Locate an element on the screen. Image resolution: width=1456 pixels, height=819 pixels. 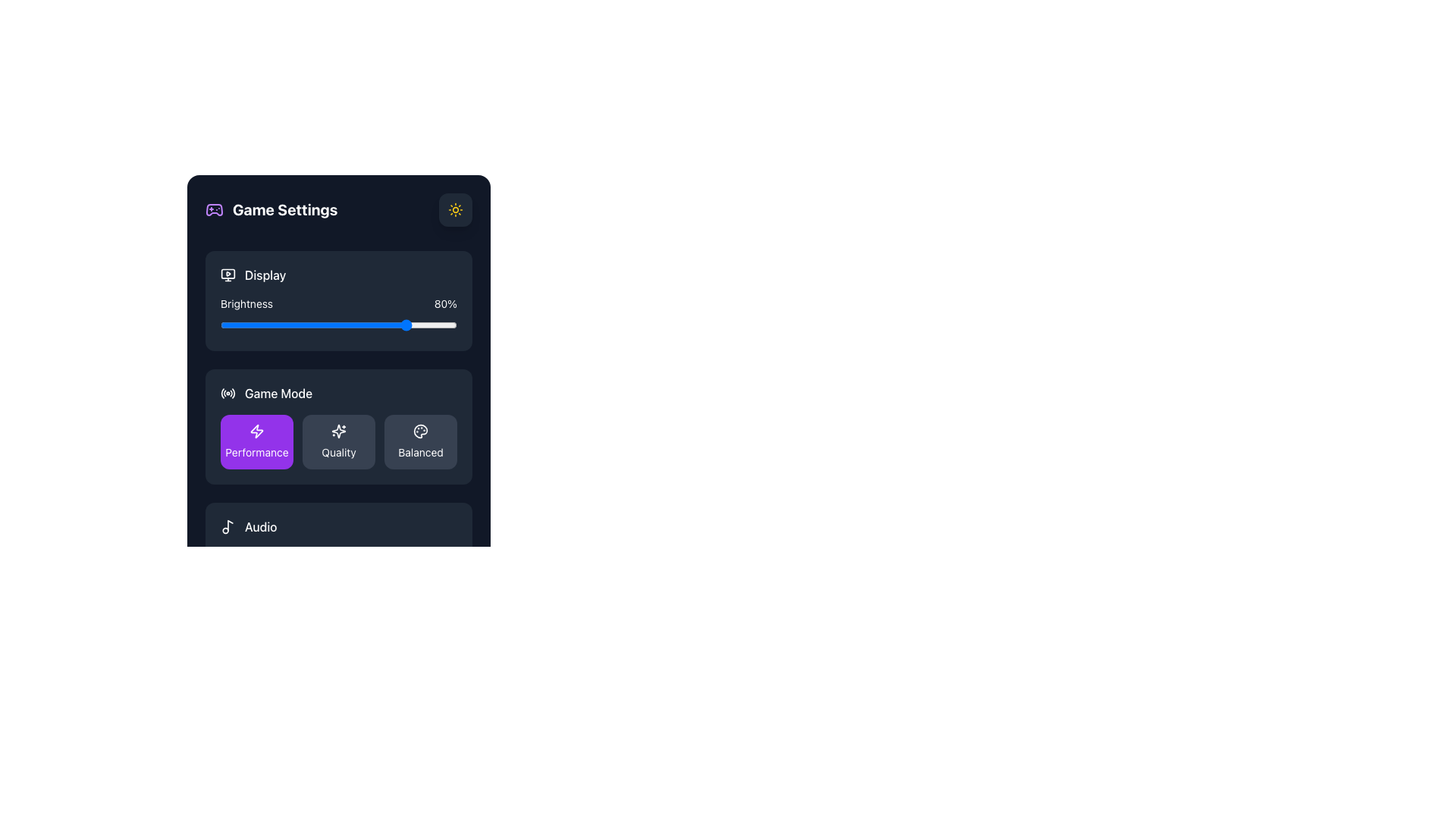
brightness is located at coordinates (224, 324).